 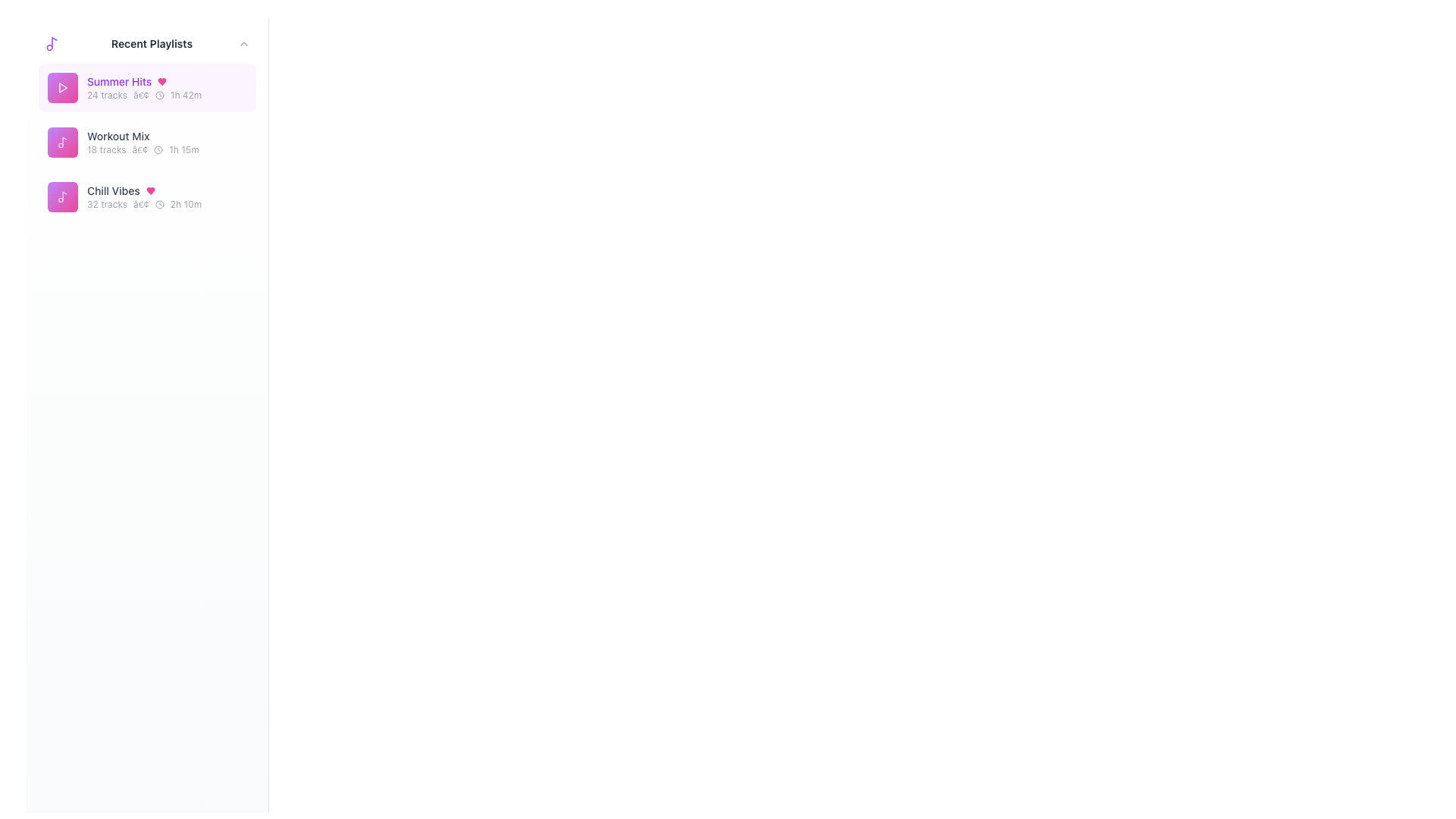 I want to click on the clock icon, which is a circular, outlined element with a minimalistic design, positioned between the text '•' and '2h 10m' in the 'Chill Vibes' entry, so click(x=159, y=205).